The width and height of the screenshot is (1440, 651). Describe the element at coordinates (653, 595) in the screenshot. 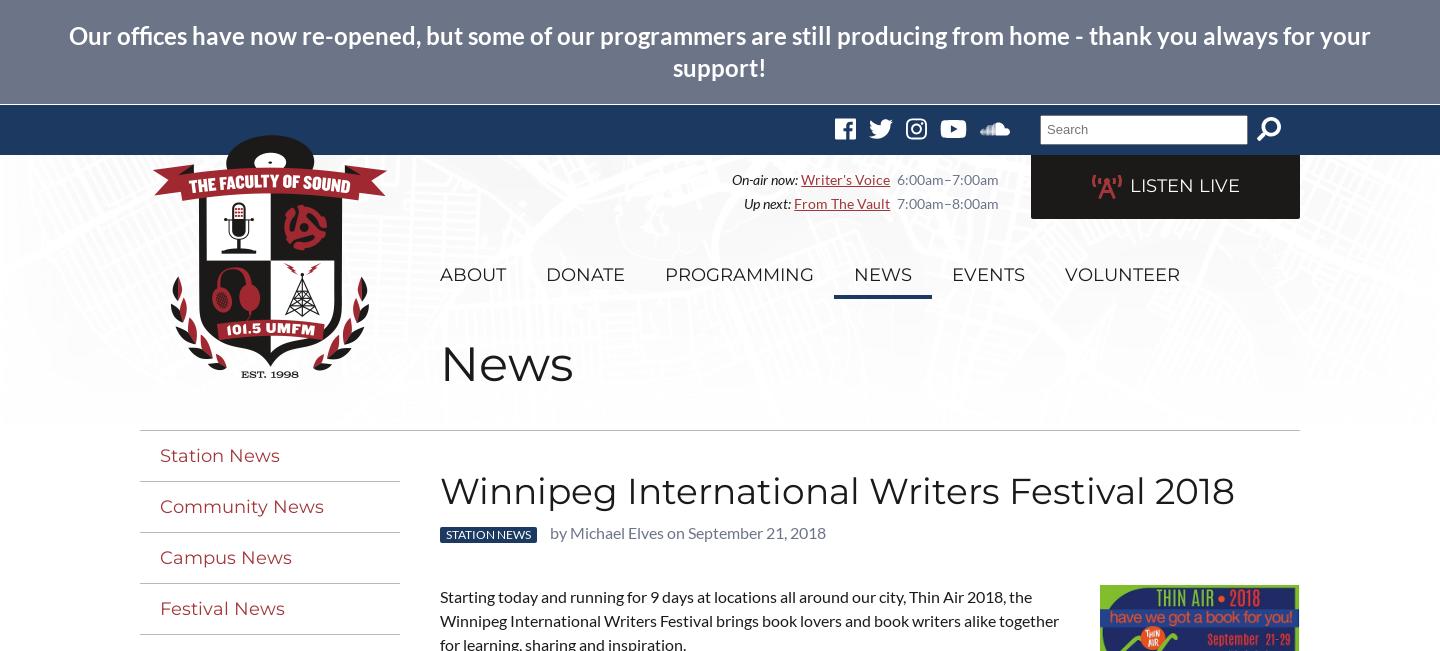

I see `'9'` at that location.